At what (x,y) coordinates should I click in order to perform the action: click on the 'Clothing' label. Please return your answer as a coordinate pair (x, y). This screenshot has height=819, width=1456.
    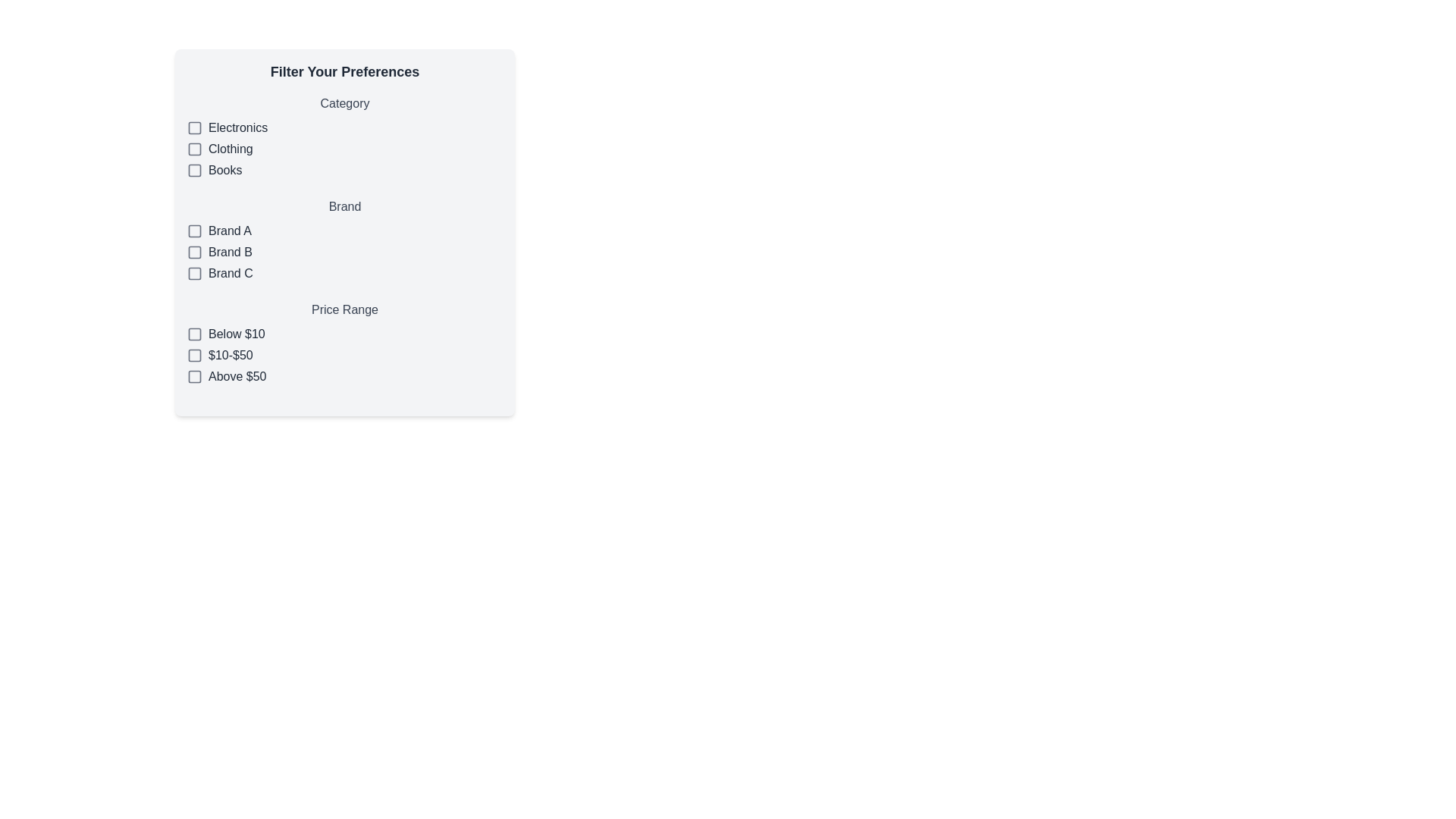
    Looking at the image, I should click on (229, 149).